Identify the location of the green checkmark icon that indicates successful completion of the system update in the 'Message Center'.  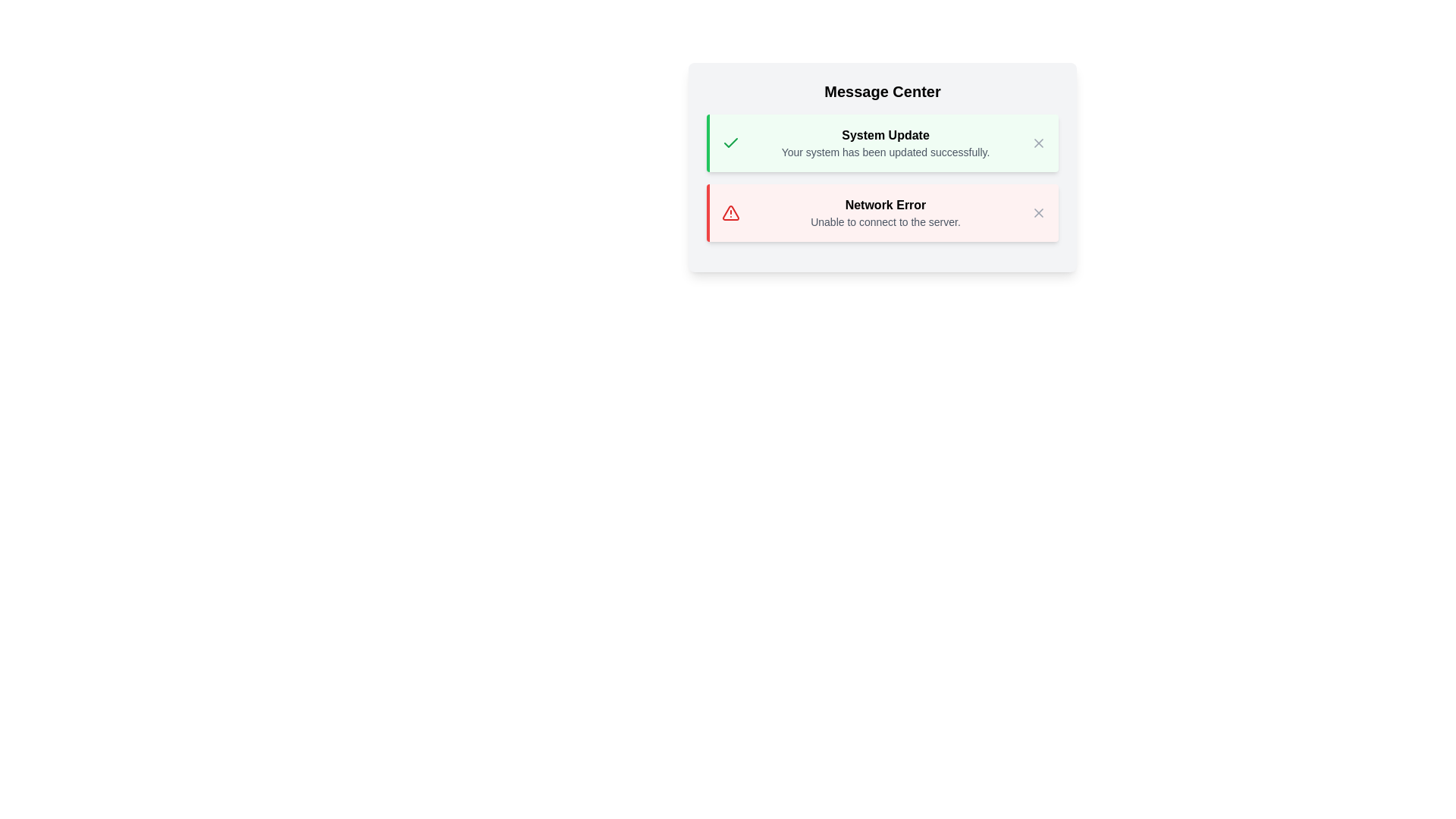
(731, 143).